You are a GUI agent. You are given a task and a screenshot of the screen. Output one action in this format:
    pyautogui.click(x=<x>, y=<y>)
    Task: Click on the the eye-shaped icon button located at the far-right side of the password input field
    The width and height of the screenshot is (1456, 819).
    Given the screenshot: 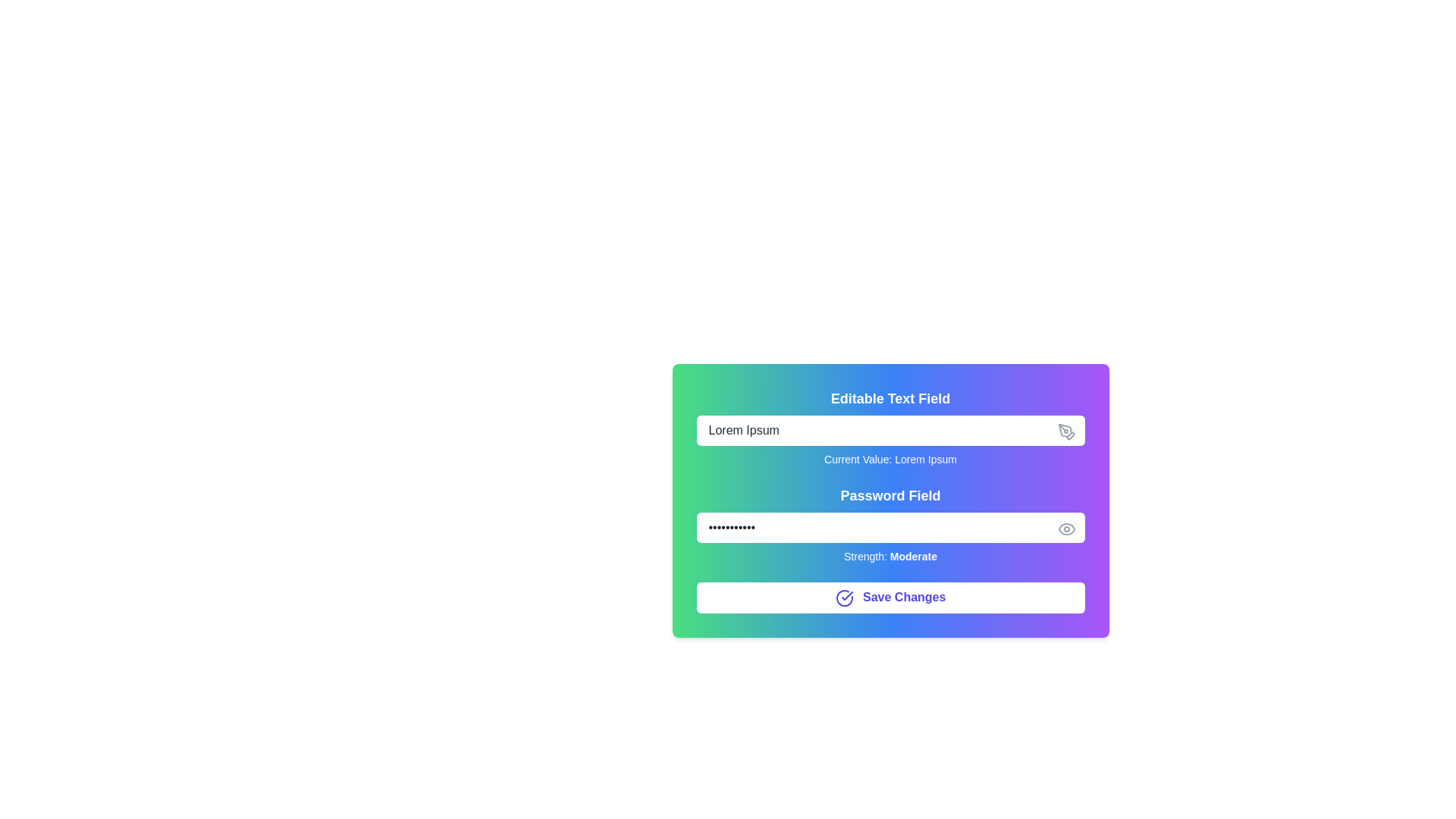 What is the action you would take?
    pyautogui.click(x=1065, y=529)
    